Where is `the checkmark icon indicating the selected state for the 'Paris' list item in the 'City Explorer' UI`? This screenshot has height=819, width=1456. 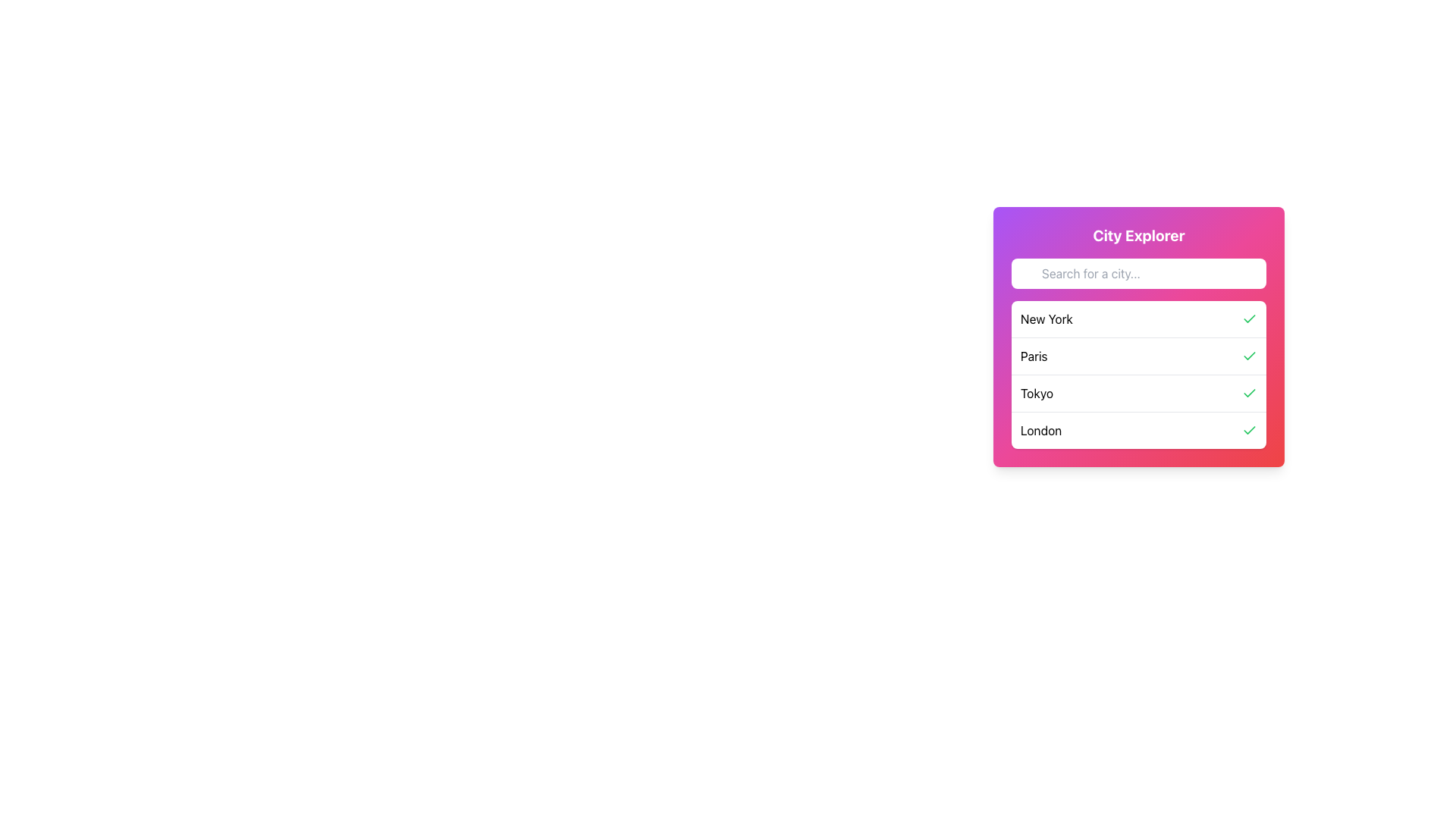 the checkmark icon indicating the selected state for the 'Paris' list item in the 'City Explorer' UI is located at coordinates (1249, 356).